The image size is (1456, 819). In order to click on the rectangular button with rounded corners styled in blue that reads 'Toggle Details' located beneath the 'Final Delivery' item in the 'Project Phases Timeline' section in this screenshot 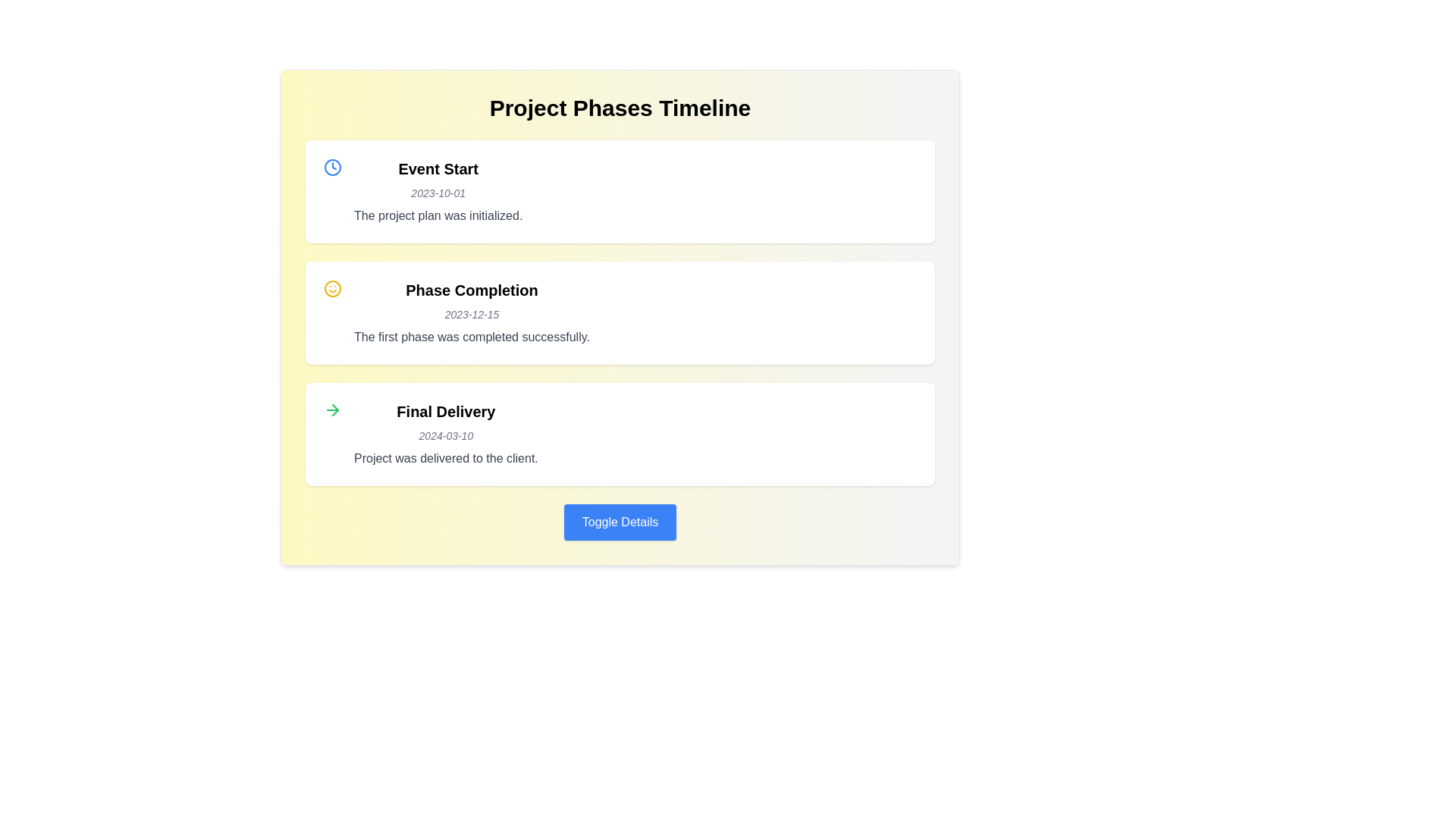, I will do `click(620, 522)`.